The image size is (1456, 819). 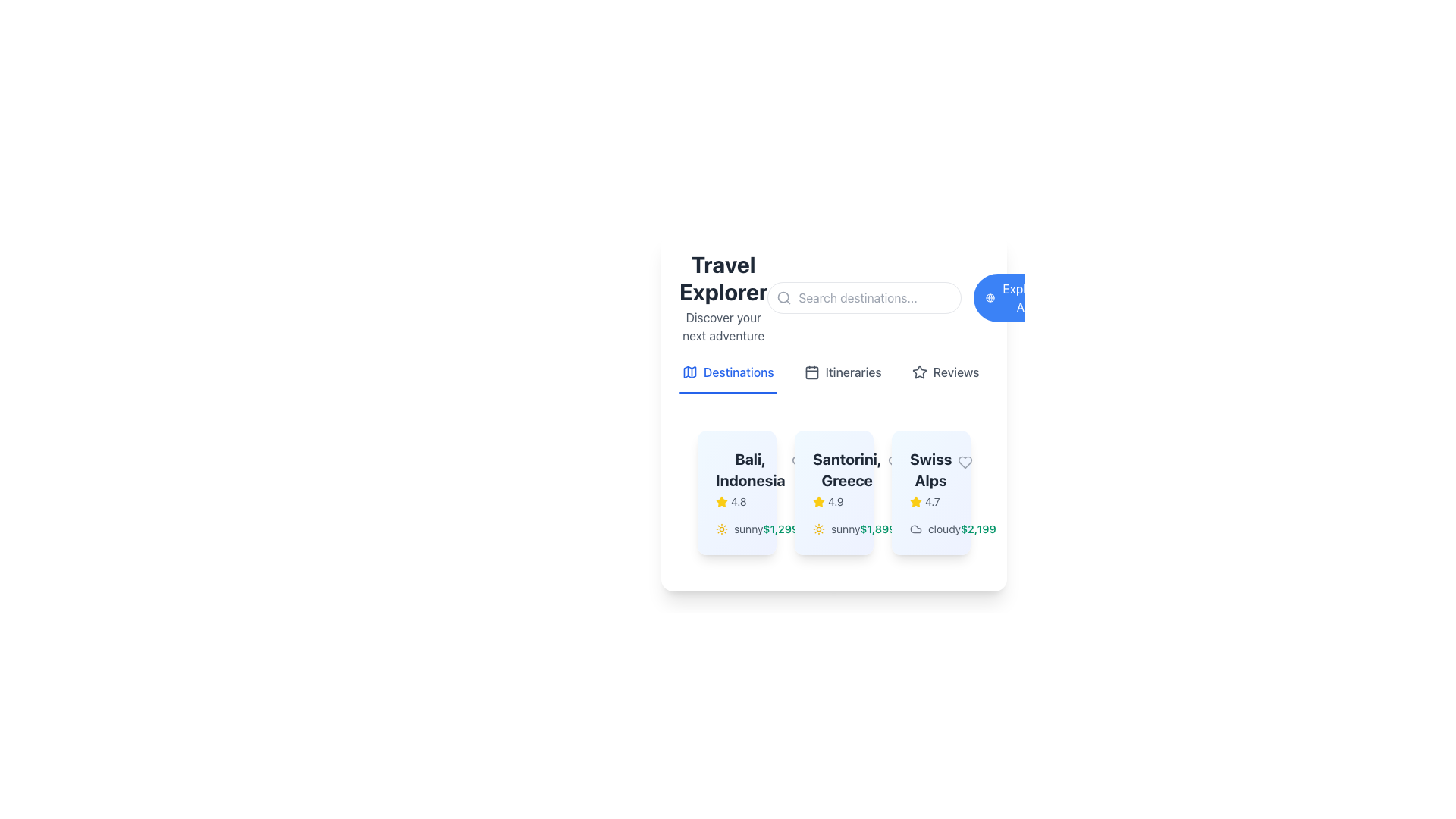 I want to click on the cloudy weather icon located in the 'Swiss Alps' card, positioned next to the text 'cloudy $2,199', so click(x=915, y=529).